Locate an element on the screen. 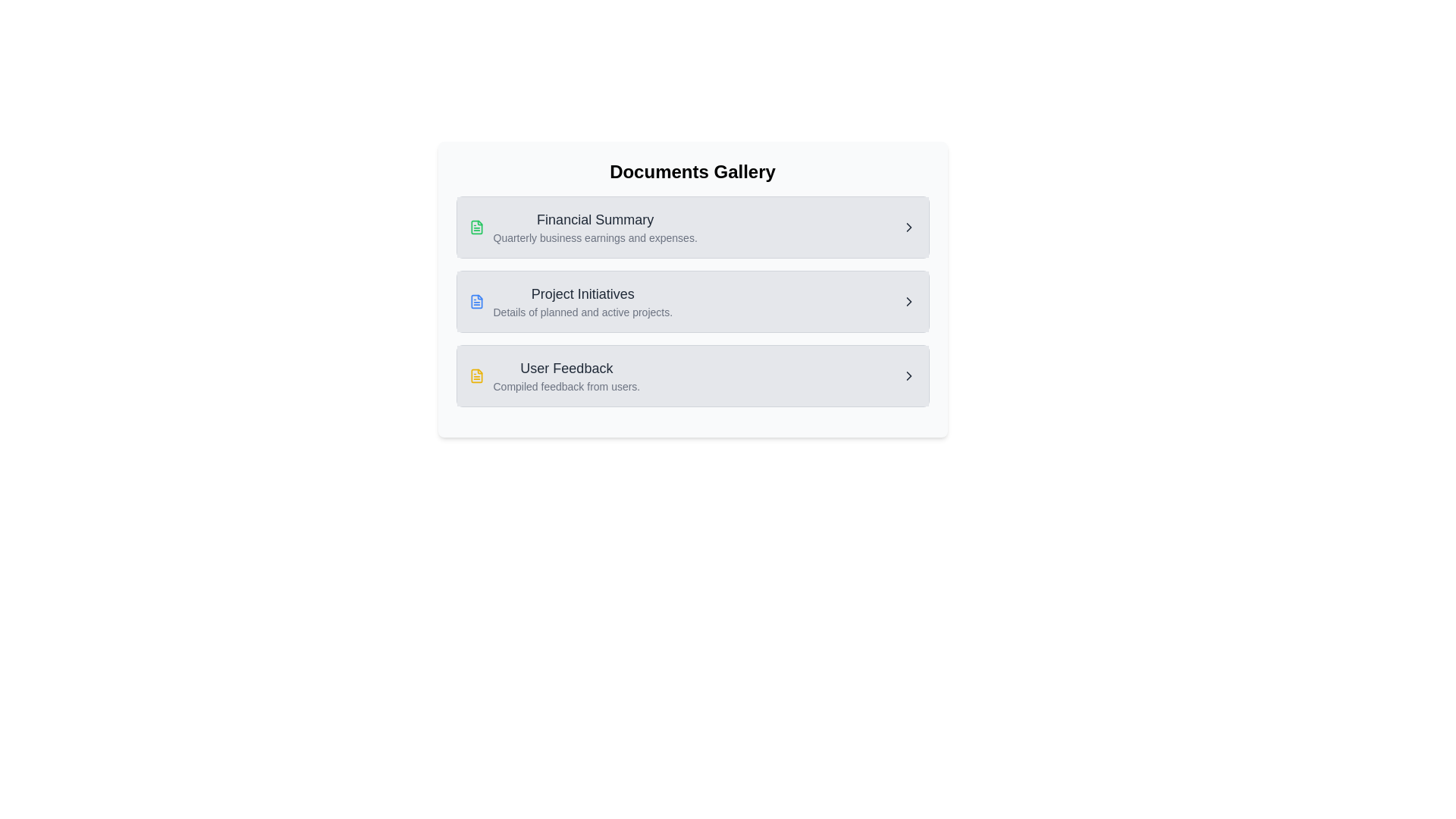 The image size is (1456, 819). the third List Item with Navigation in the Documents Gallery is located at coordinates (692, 375).